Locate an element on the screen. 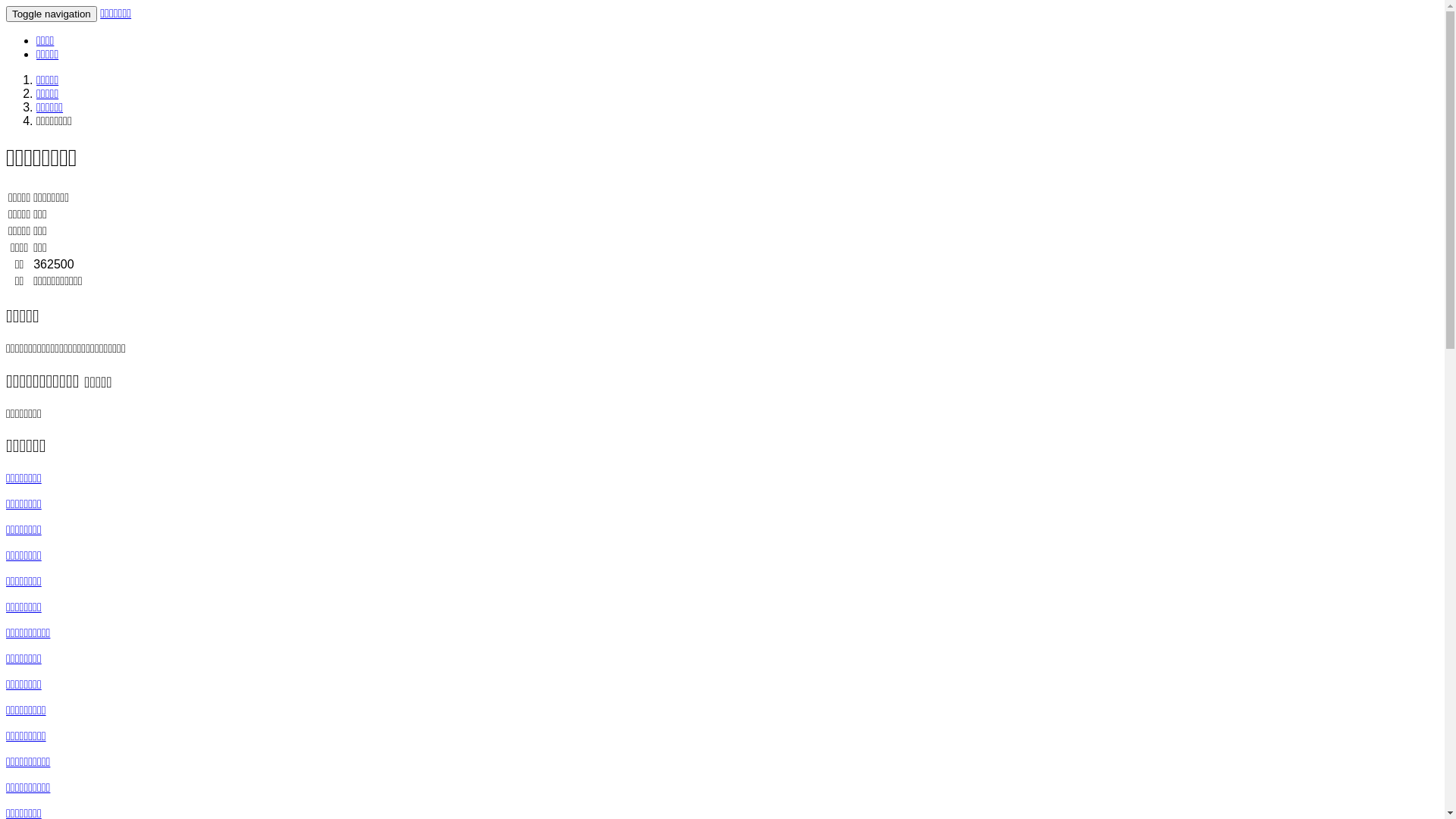 The height and width of the screenshot is (819, 1456). 'Toggle navigation' is located at coordinates (51, 14).